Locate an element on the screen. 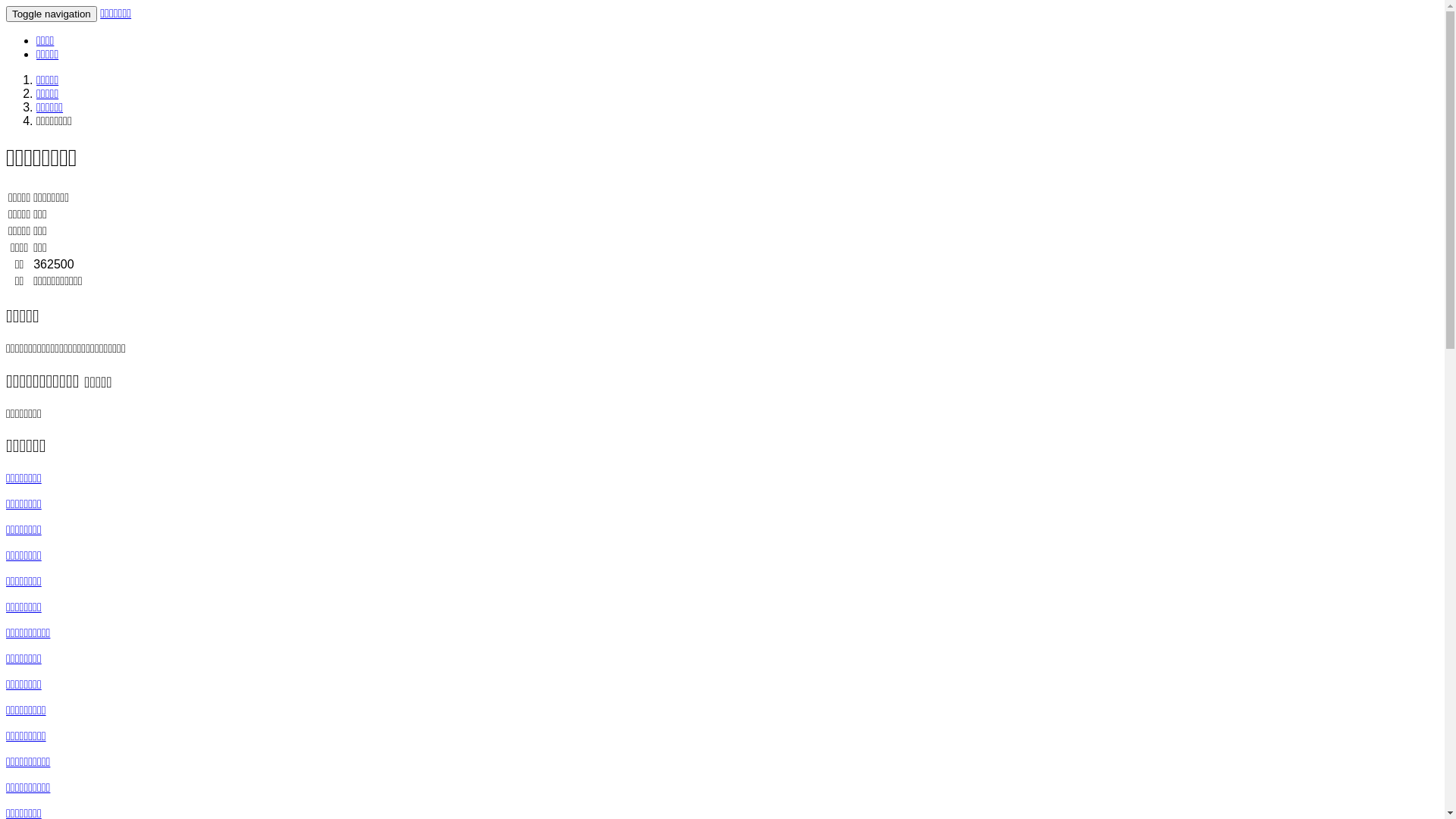 The height and width of the screenshot is (819, 1456). 'Toggle navigation' is located at coordinates (51, 14).